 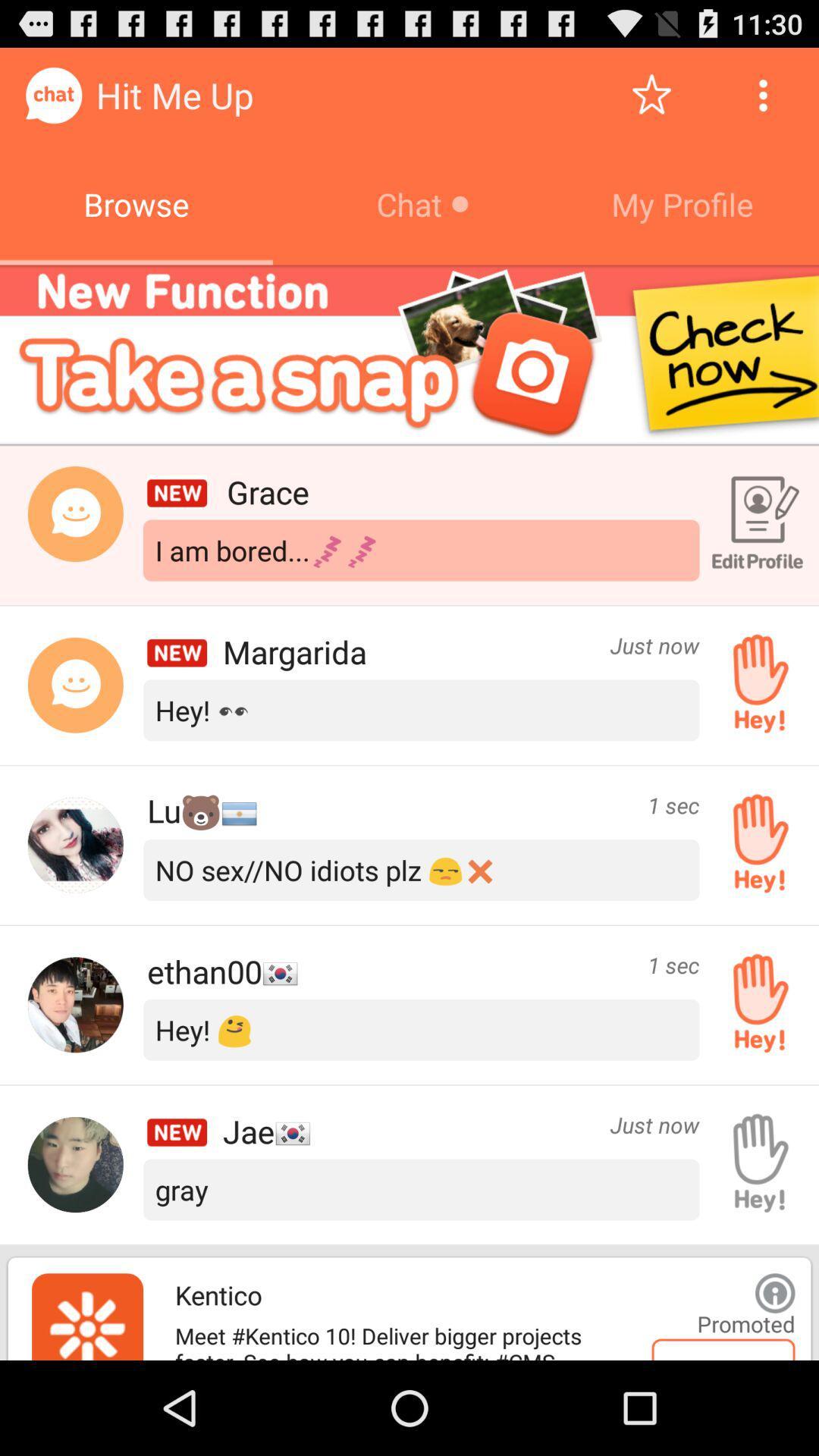 I want to click on give rating, so click(x=651, y=94).